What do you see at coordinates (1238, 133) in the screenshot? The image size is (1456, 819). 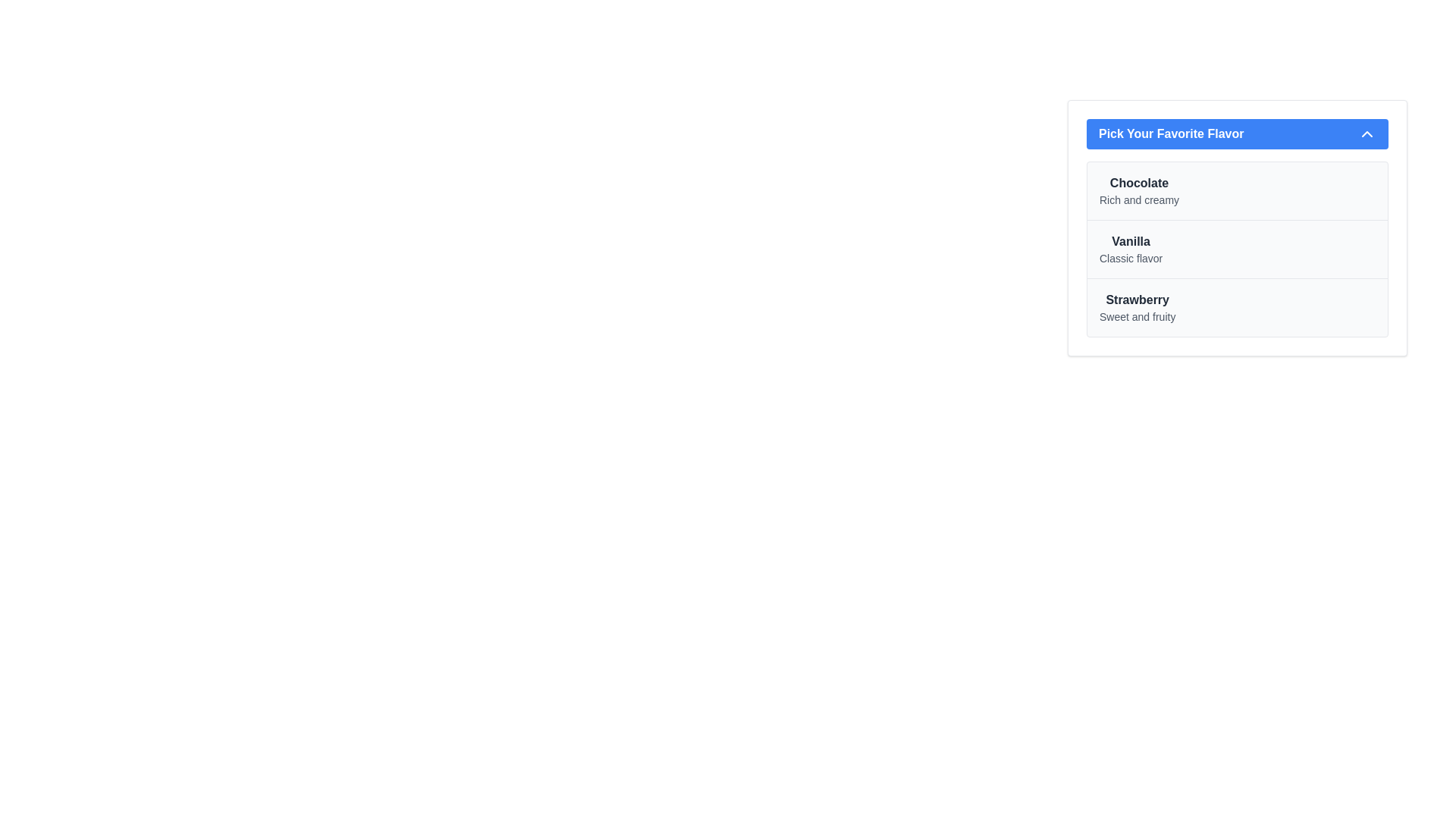 I see `the blue button labeled 'Pick Your Favorite Flavor' with rounded corners` at bounding box center [1238, 133].